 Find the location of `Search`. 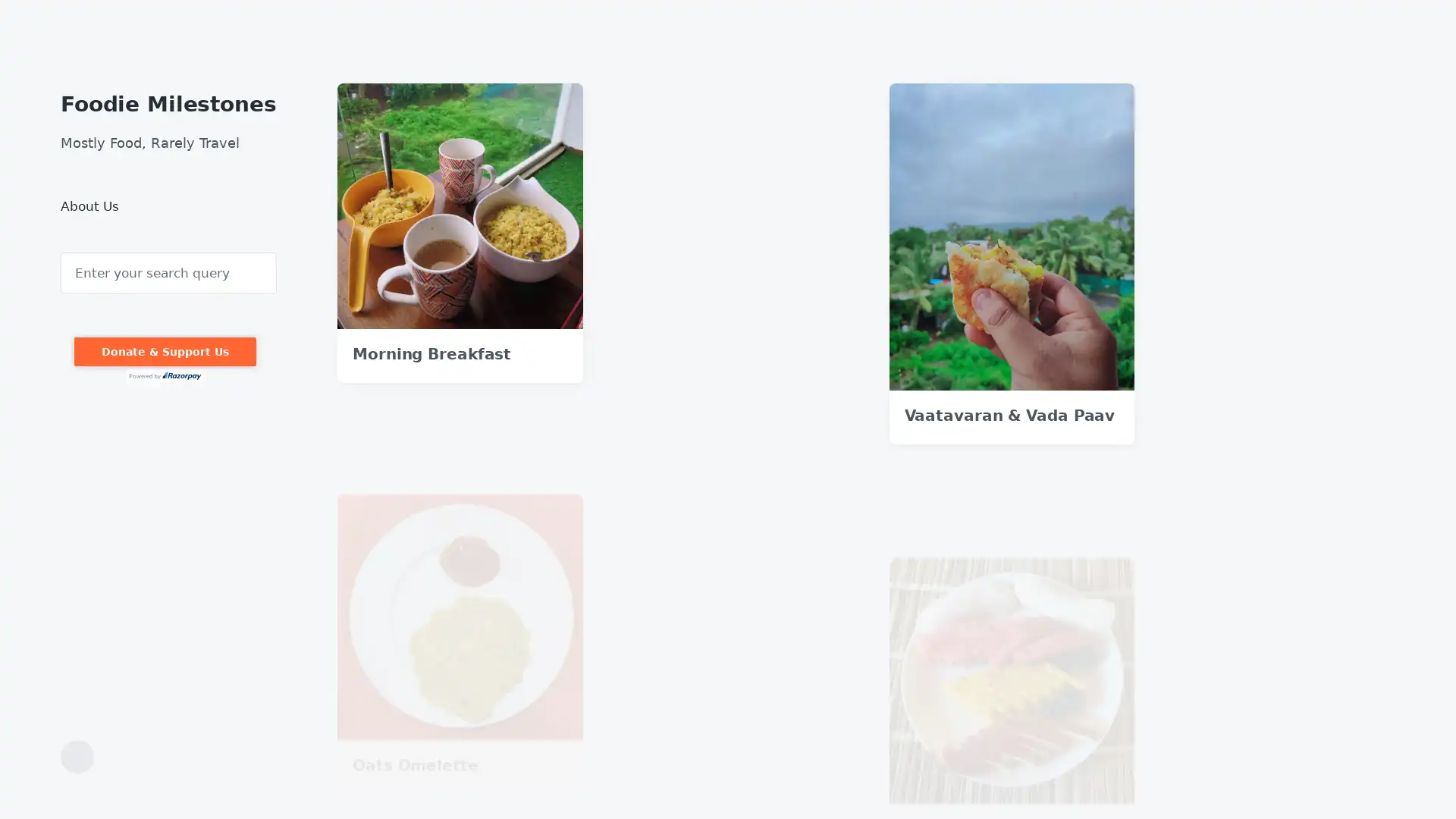

Search is located at coordinates (61, 252).